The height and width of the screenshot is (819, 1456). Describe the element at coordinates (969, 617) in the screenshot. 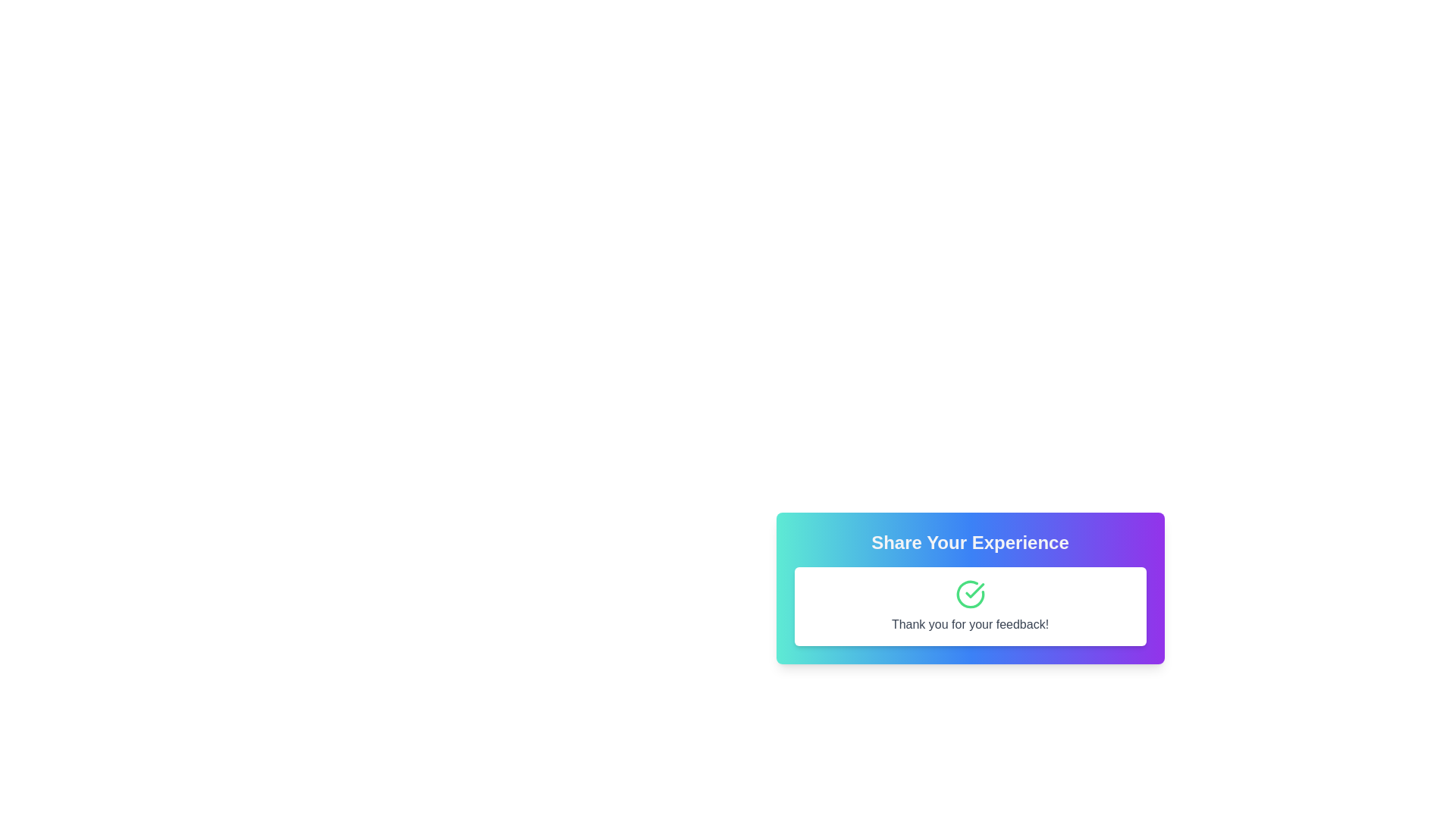

I see `the modal dialog box displaying the user acknowledgment message to read its content` at that location.